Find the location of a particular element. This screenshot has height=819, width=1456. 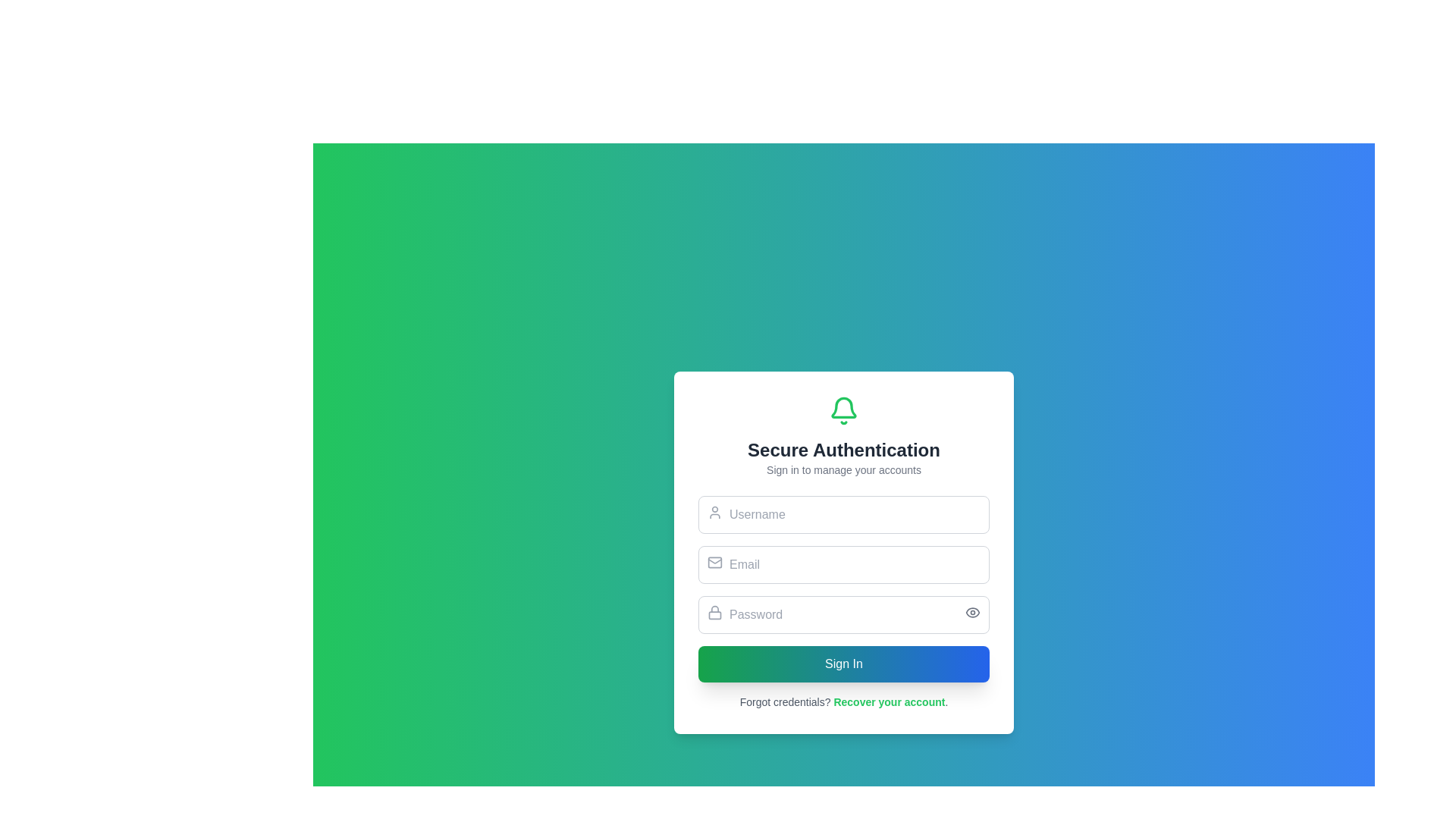

the icon that indicates the username input field, positioned at the top-left corner of the rectangular input box next to the placeholder text 'Username' is located at coordinates (714, 512).